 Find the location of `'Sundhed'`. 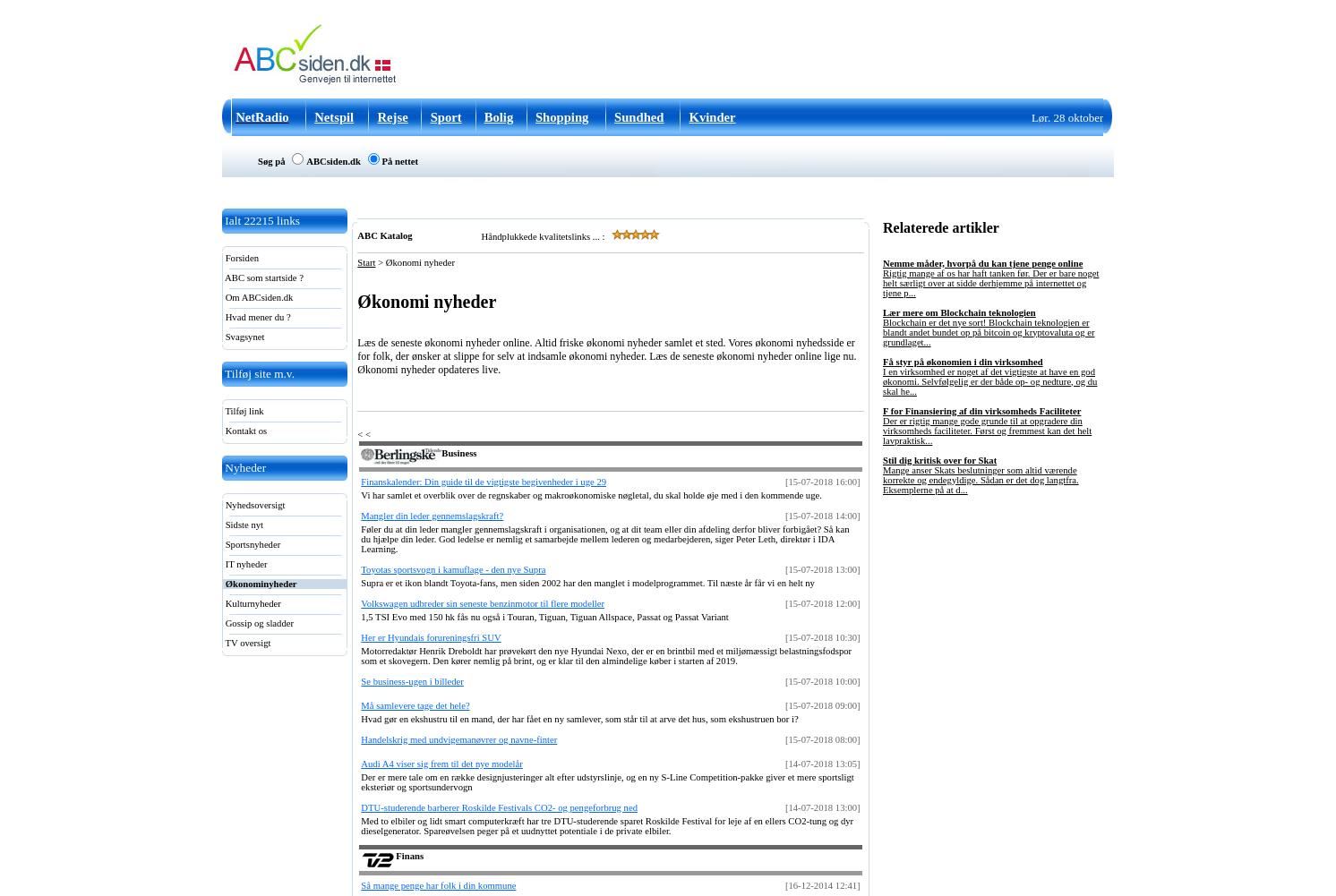

'Sundhed' is located at coordinates (638, 115).